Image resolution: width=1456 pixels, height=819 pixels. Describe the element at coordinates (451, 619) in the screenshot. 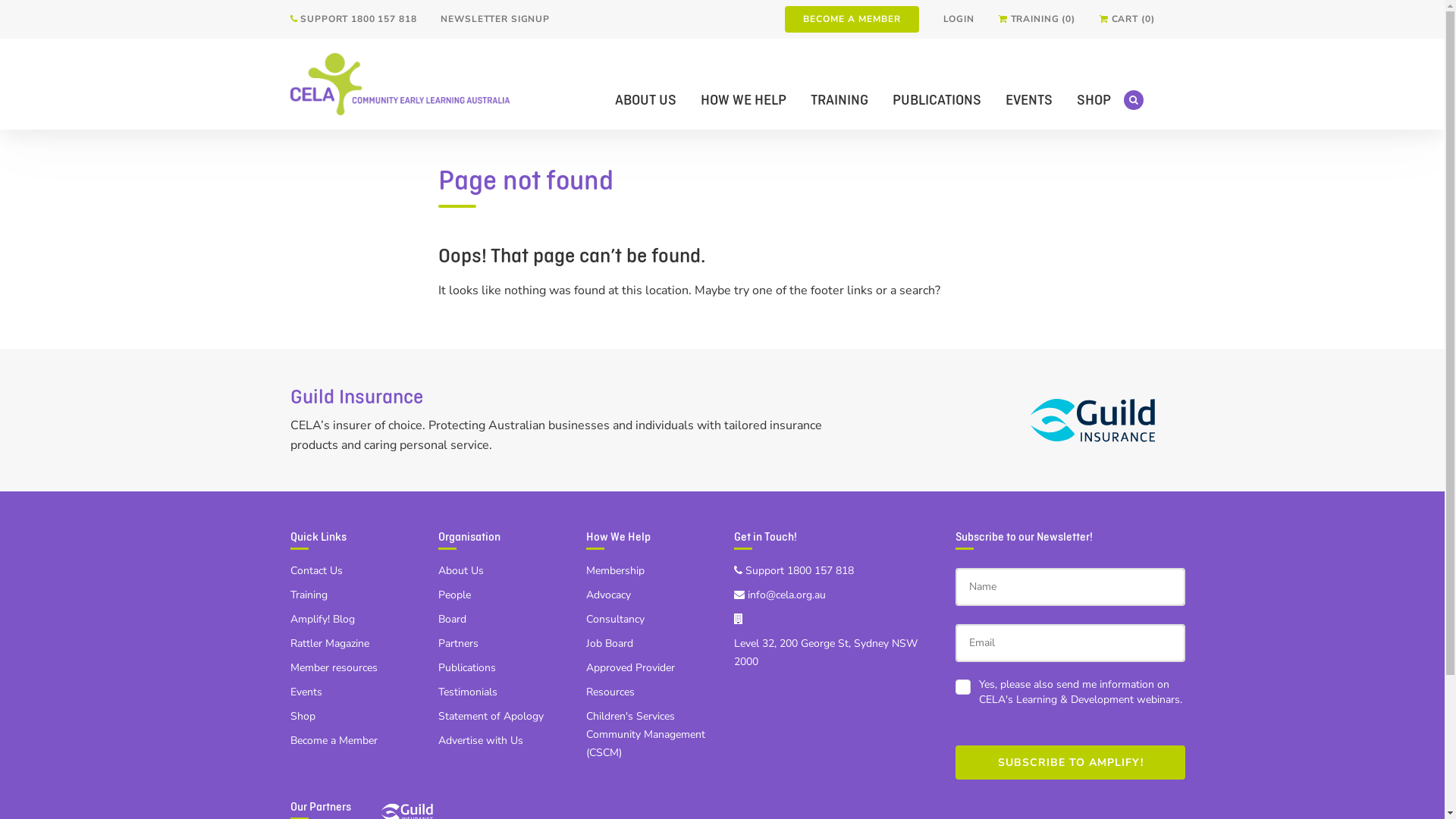

I see `'Board'` at that location.